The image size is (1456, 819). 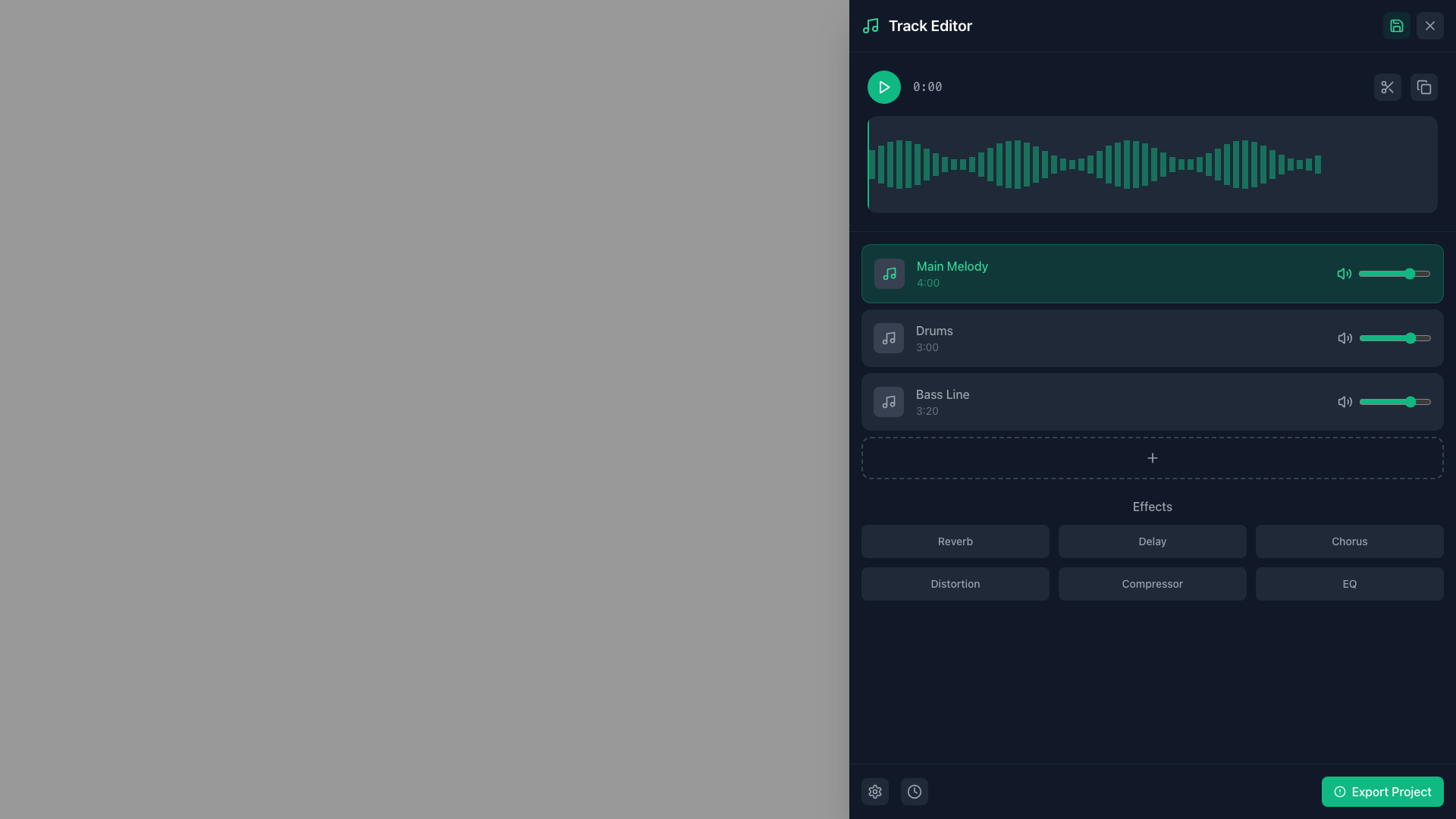 What do you see at coordinates (1018, 164) in the screenshot?
I see `the 17th vertical bar in the audio waveform that indicates the current playback or editing position` at bounding box center [1018, 164].